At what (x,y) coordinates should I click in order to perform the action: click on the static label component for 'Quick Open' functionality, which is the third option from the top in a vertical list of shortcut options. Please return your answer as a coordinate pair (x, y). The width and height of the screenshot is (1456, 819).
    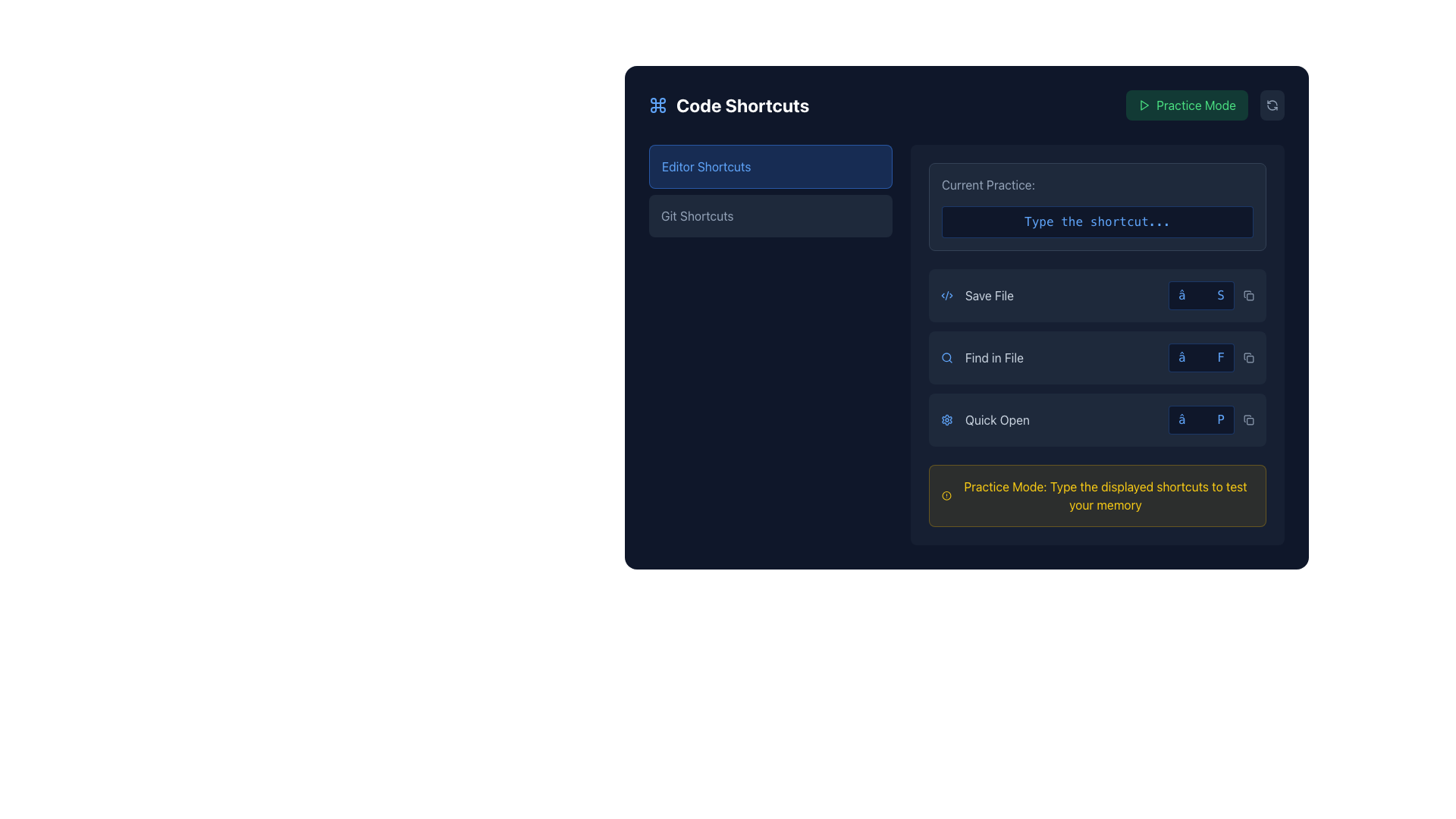
    Looking at the image, I should click on (985, 420).